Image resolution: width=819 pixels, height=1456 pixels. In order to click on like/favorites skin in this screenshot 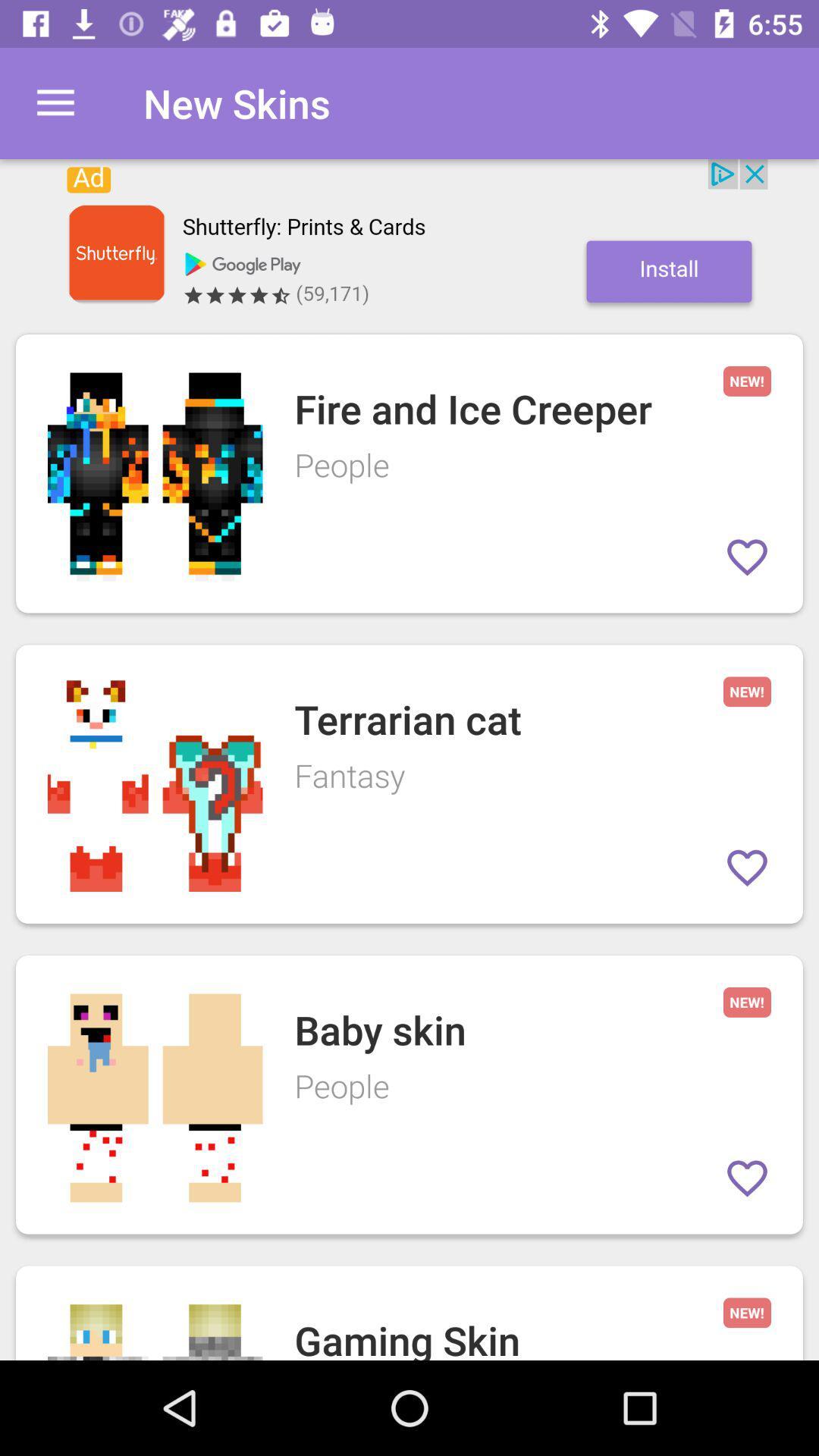, I will do `click(746, 1178)`.